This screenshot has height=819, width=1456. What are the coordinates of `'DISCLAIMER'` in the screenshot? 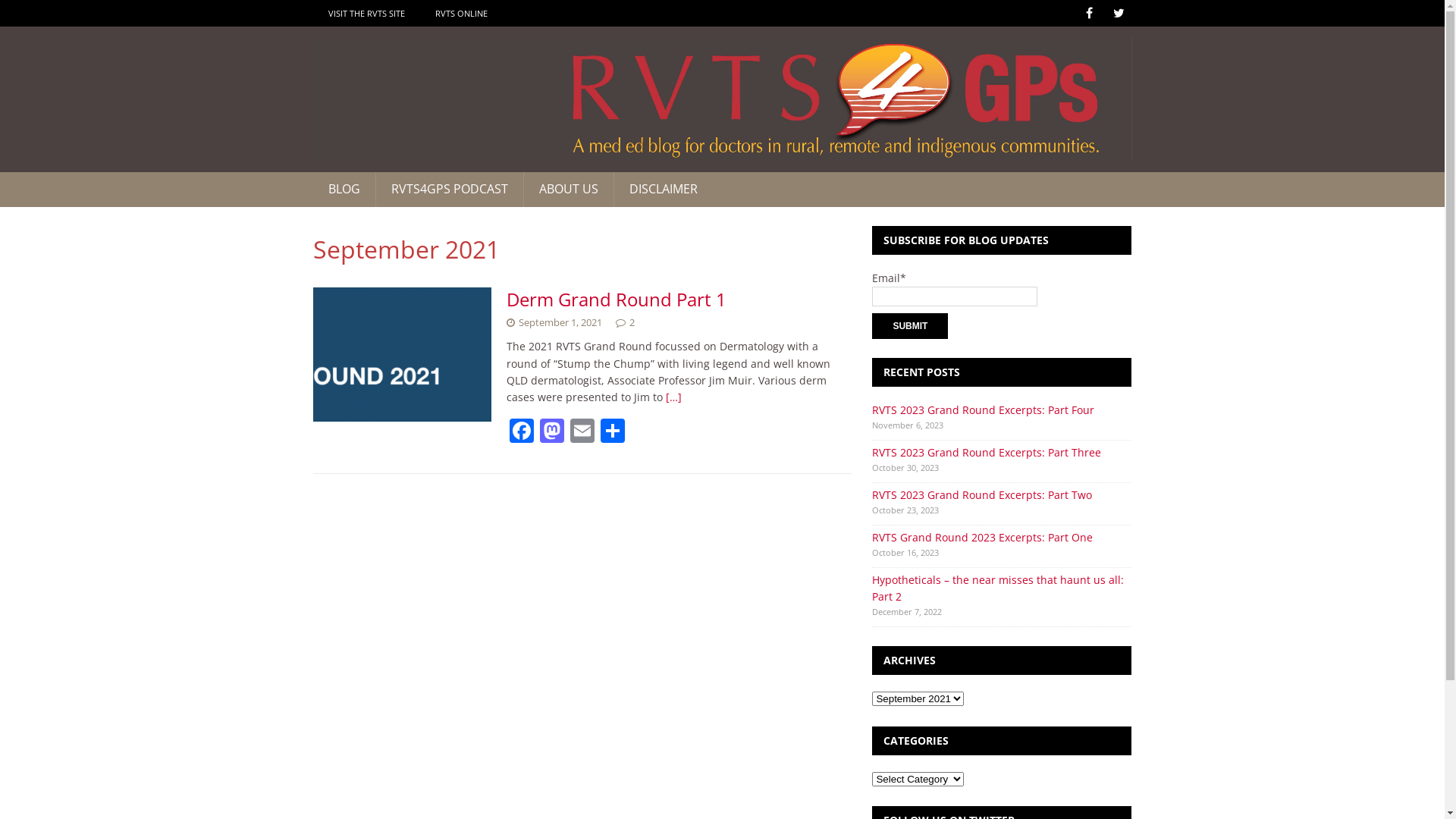 It's located at (662, 189).